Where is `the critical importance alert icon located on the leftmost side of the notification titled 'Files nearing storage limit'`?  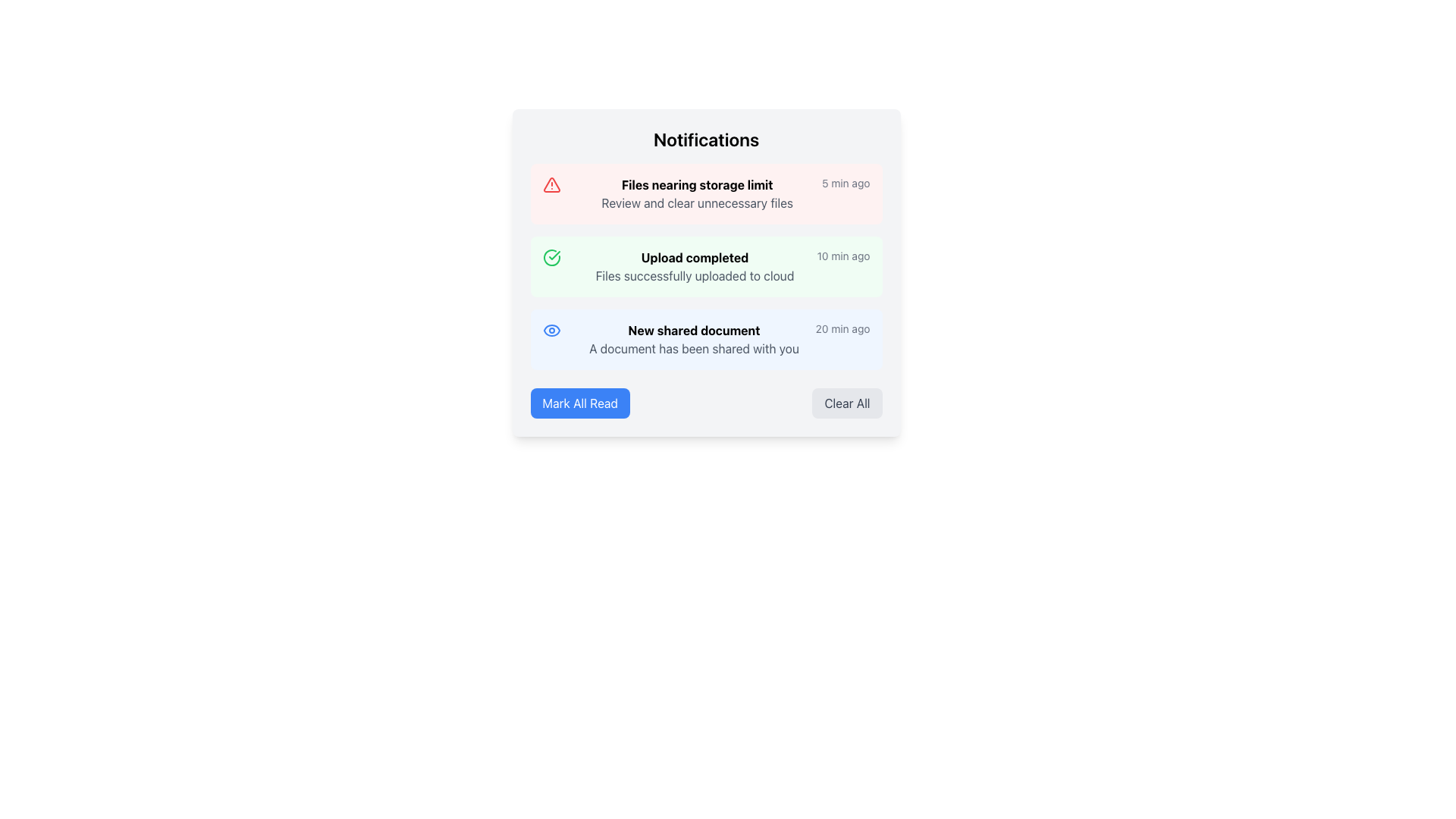
the critical importance alert icon located on the leftmost side of the notification titled 'Files nearing storage limit' is located at coordinates (551, 184).